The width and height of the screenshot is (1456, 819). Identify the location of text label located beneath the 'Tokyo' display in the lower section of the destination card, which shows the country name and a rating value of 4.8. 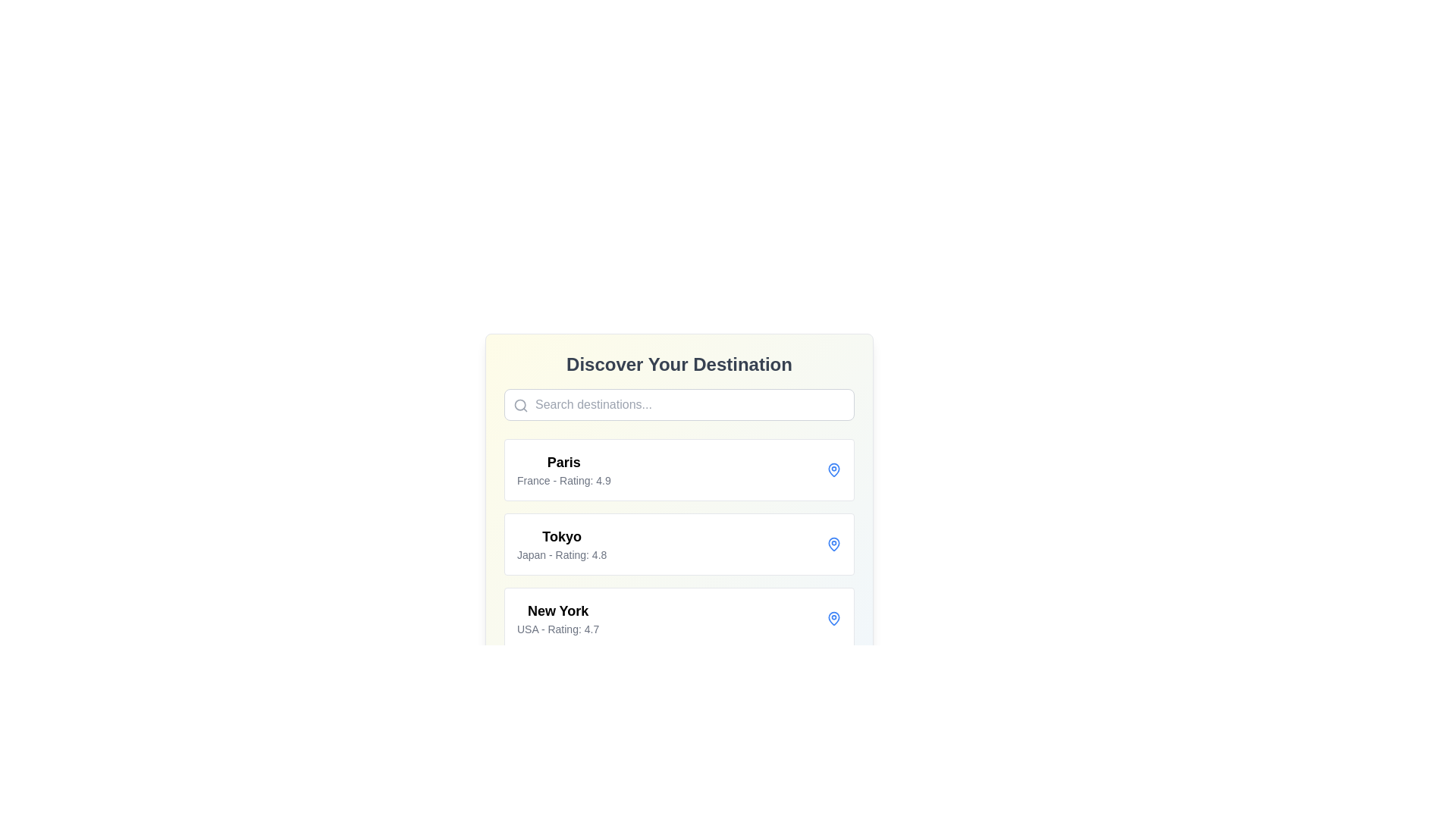
(561, 555).